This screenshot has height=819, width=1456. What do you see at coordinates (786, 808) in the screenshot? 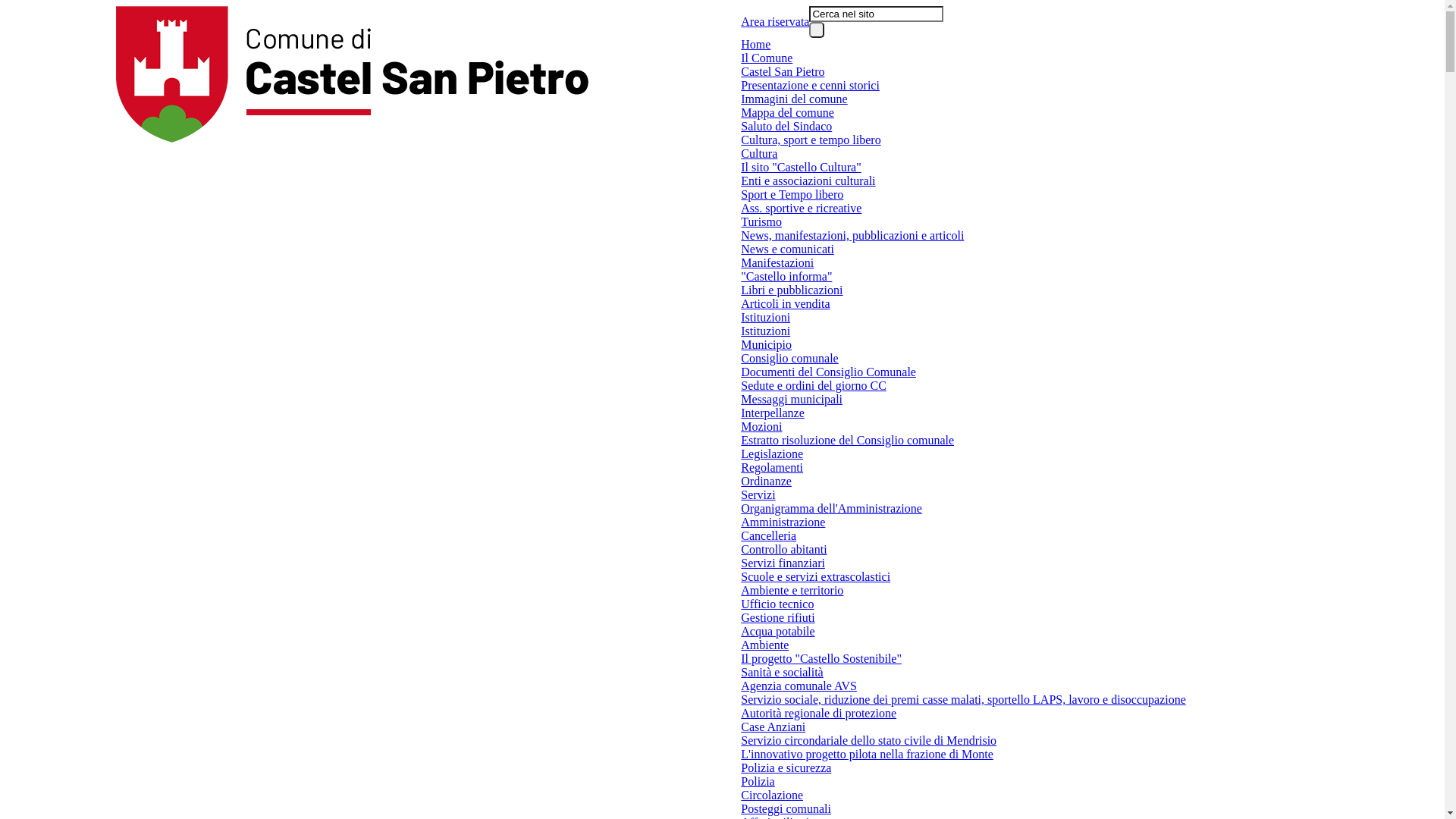
I see `'Posteggi comunali'` at bounding box center [786, 808].